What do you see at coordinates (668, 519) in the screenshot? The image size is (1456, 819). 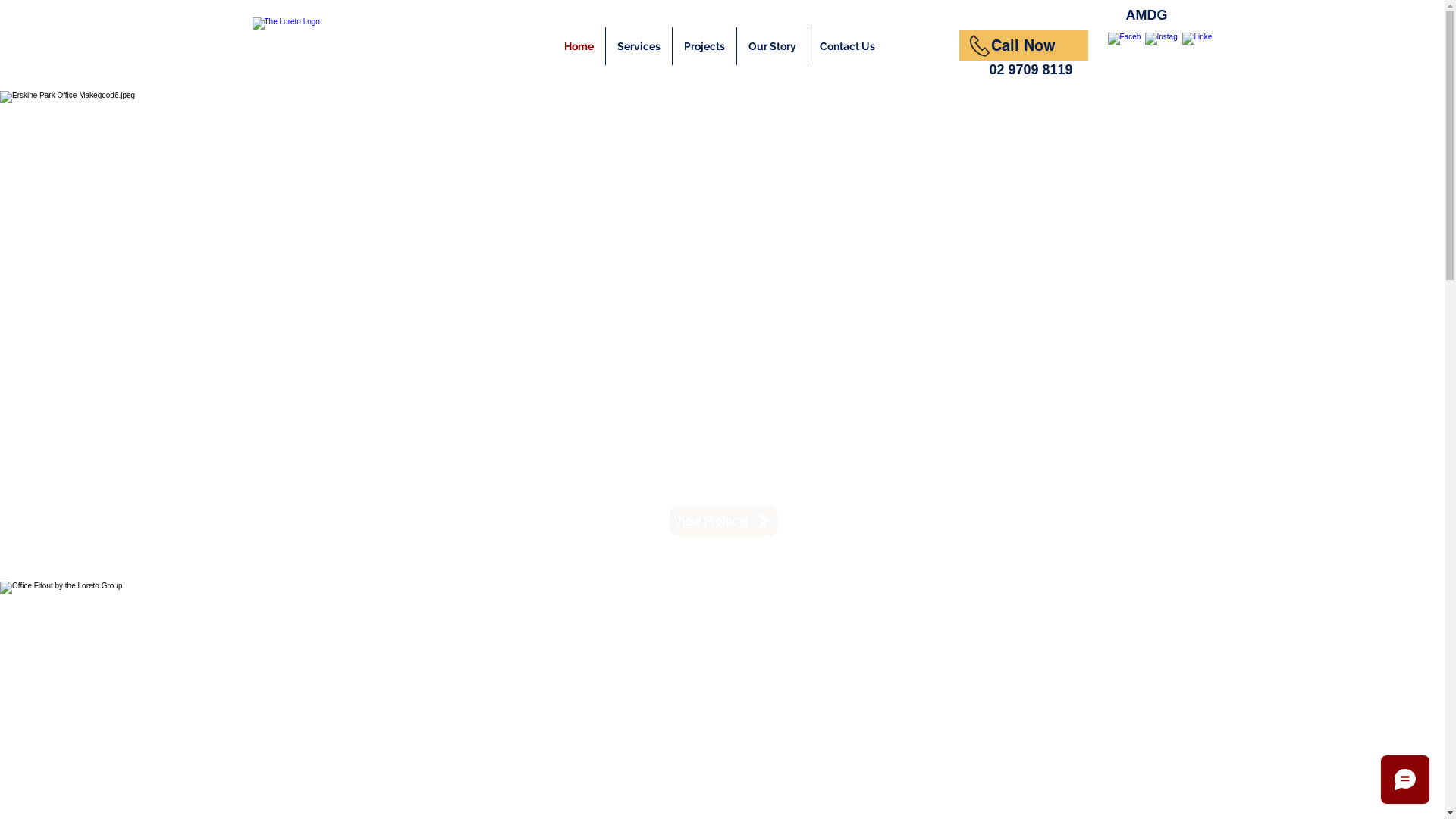 I see `'View Projects'` at bounding box center [668, 519].